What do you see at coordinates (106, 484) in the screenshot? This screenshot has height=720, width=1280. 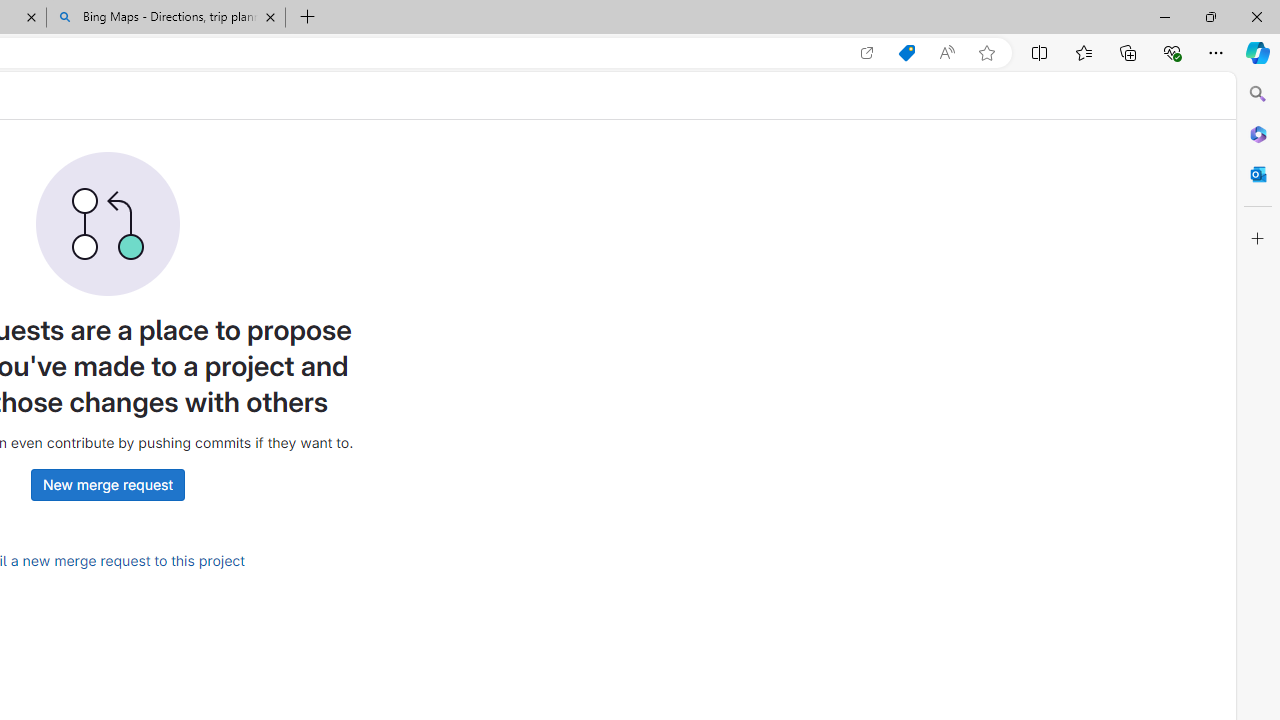 I see `'New merge request'` at bounding box center [106, 484].